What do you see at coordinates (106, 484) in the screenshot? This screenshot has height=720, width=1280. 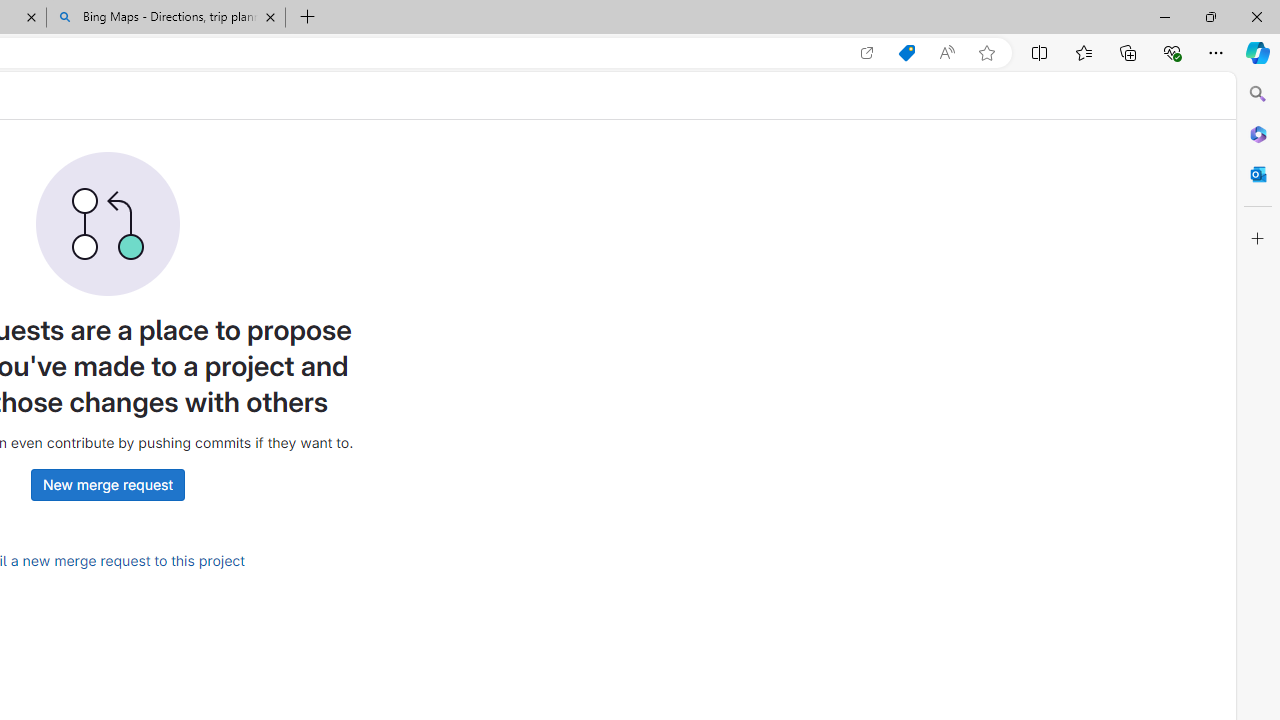 I see `'New merge request'` at bounding box center [106, 484].